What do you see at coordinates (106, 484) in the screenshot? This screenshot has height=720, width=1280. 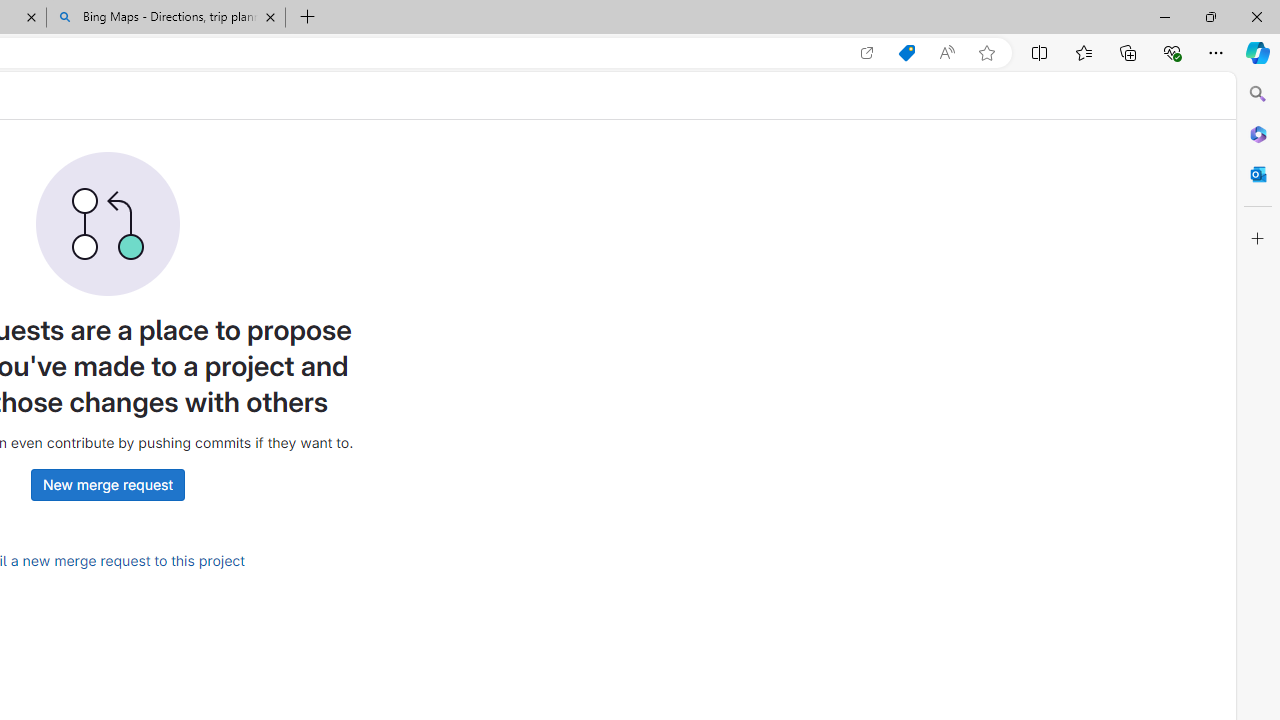 I see `'New merge request'` at bounding box center [106, 484].